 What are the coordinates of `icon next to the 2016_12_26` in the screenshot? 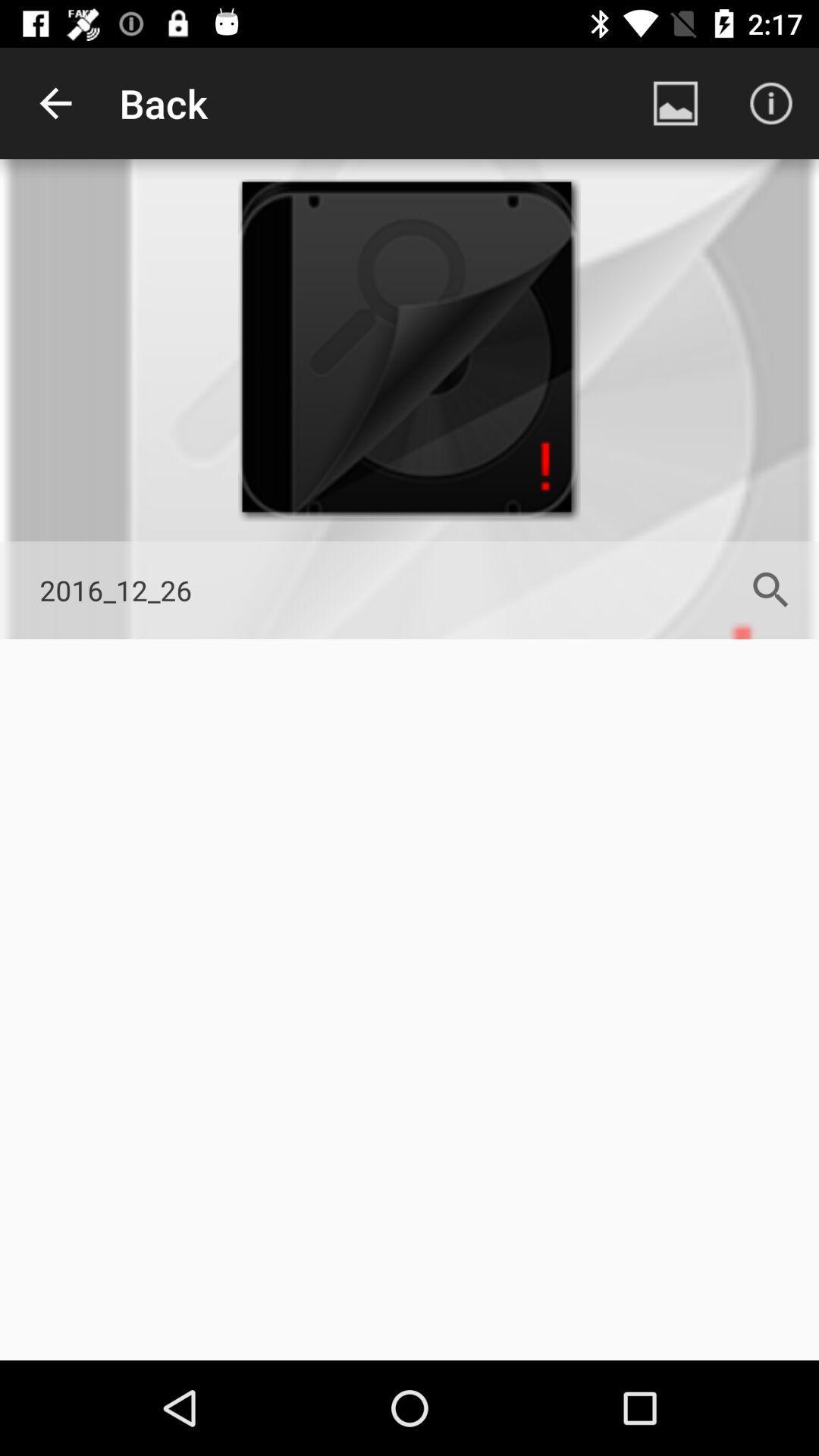 It's located at (771, 589).